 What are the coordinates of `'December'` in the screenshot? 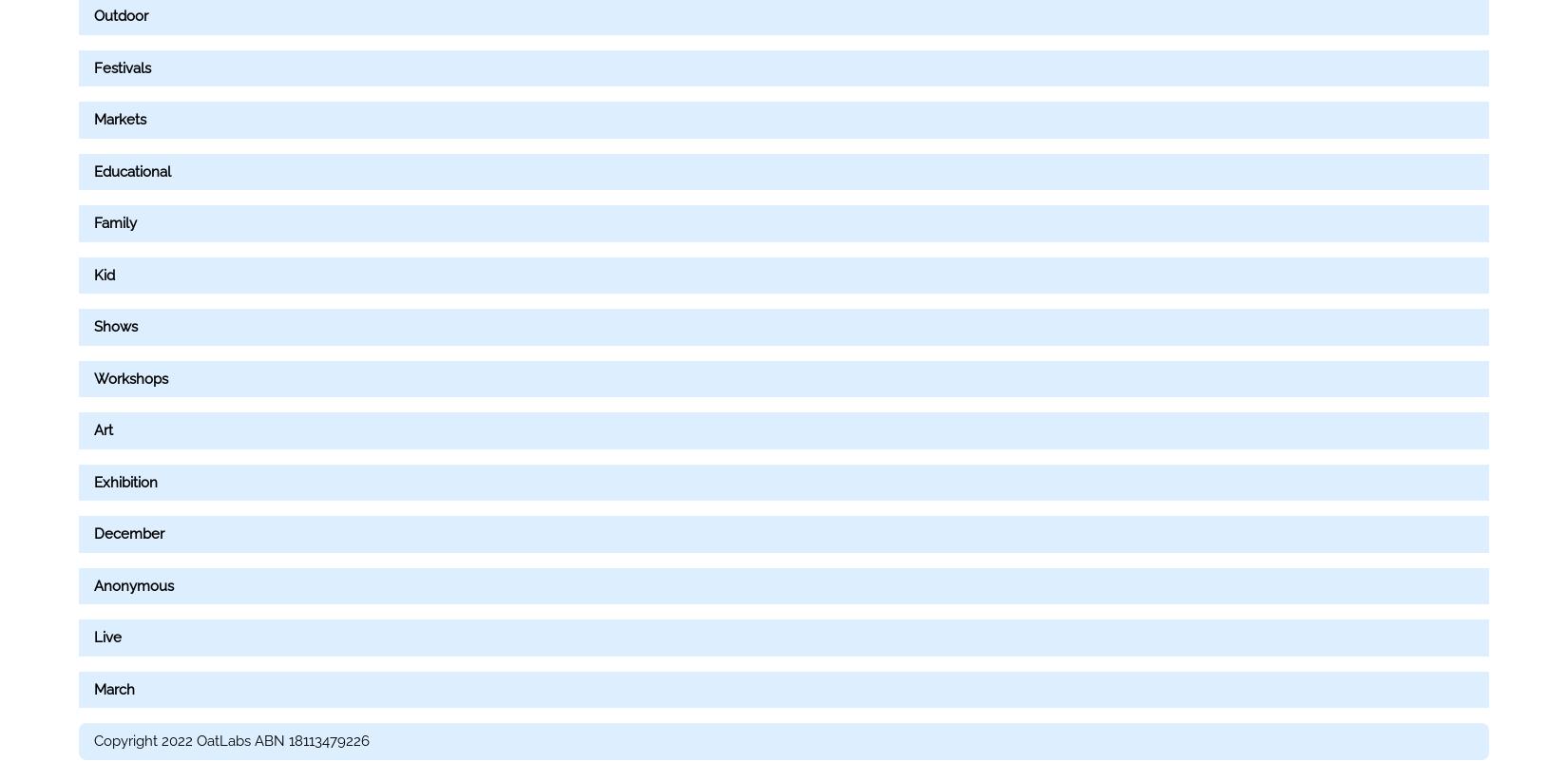 It's located at (128, 532).